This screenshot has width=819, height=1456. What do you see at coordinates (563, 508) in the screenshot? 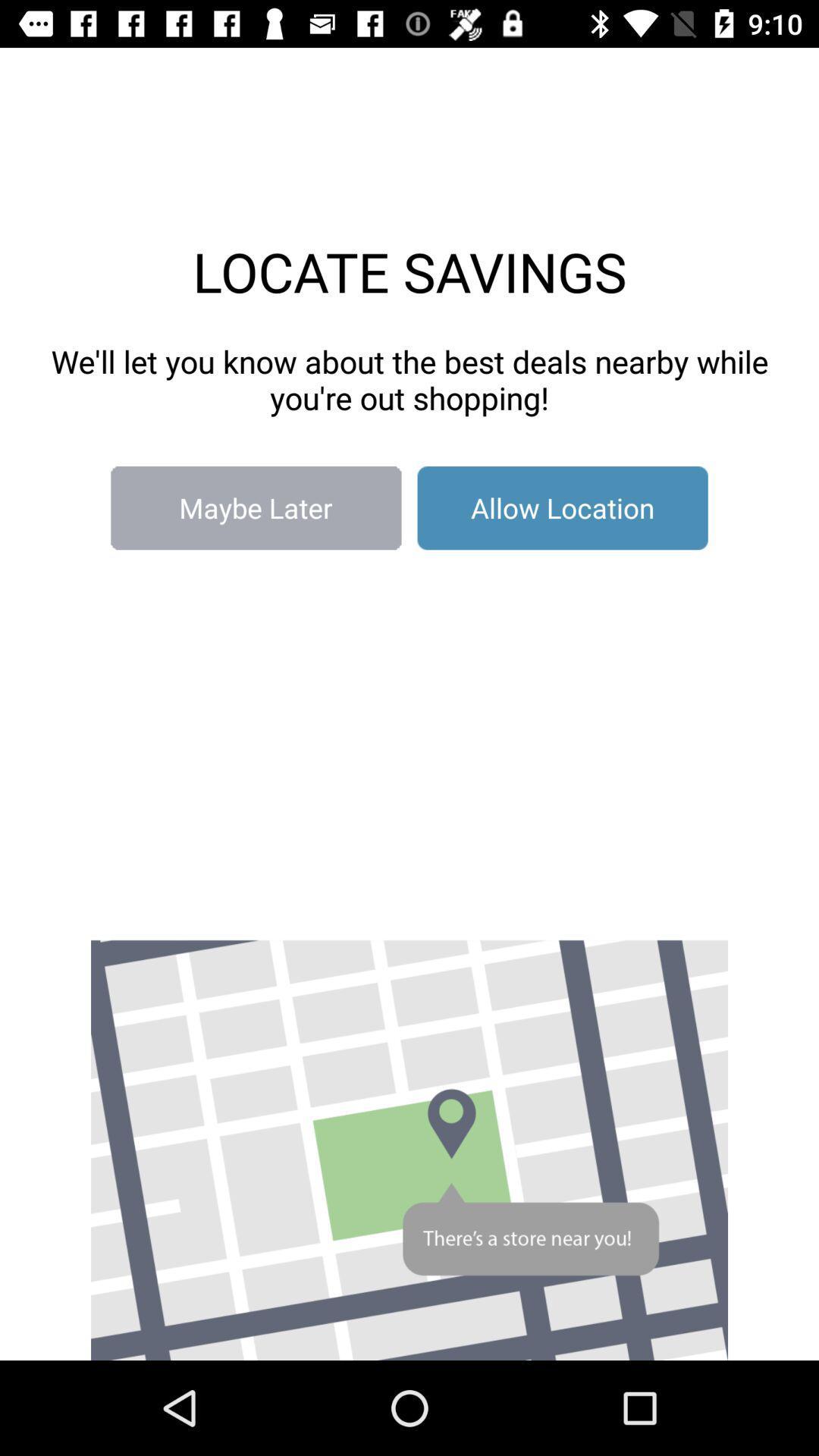
I see `the icon below we ll let app` at bounding box center [563, 508].